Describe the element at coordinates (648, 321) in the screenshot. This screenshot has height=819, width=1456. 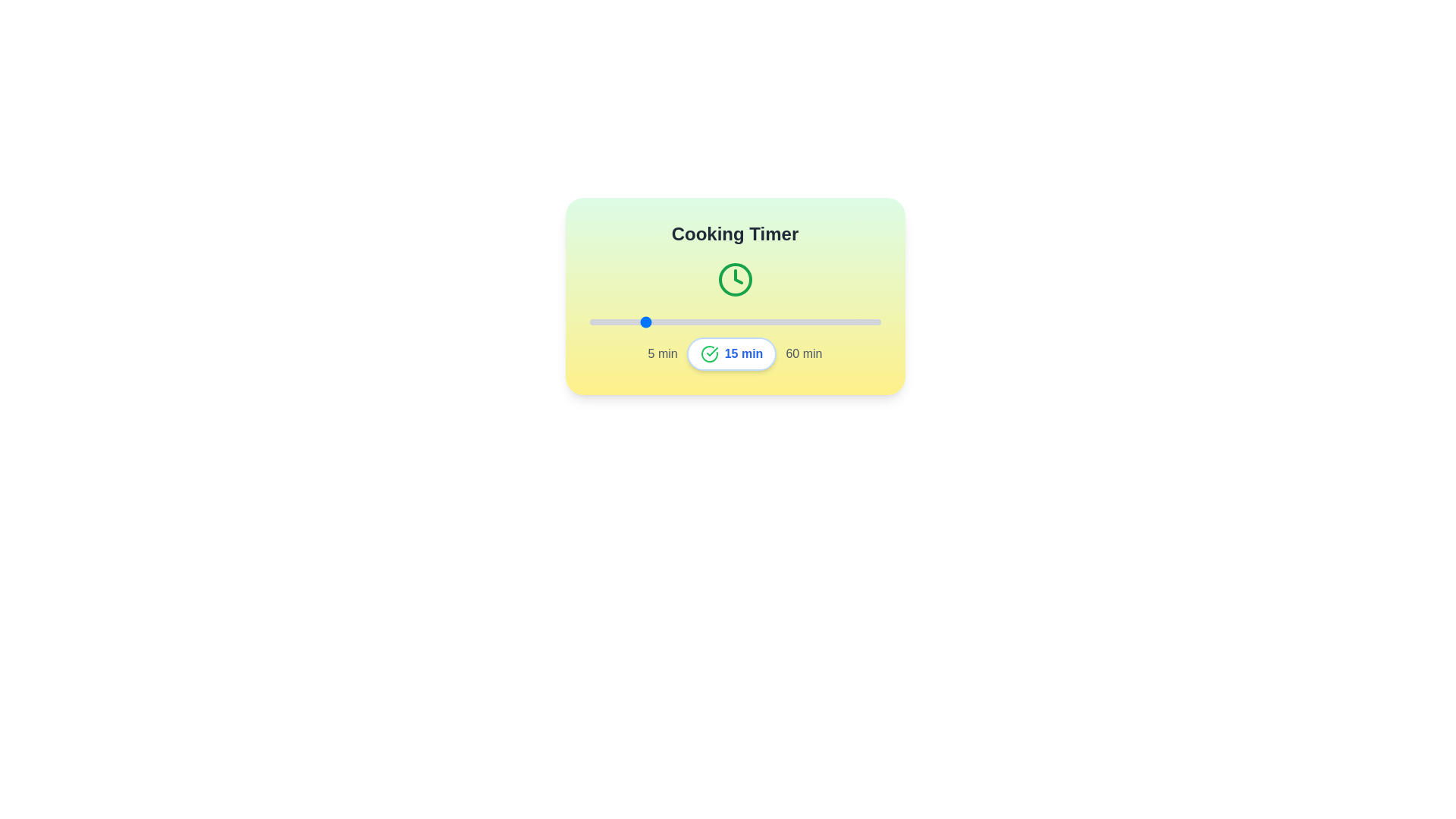
I see `slider` at that location.